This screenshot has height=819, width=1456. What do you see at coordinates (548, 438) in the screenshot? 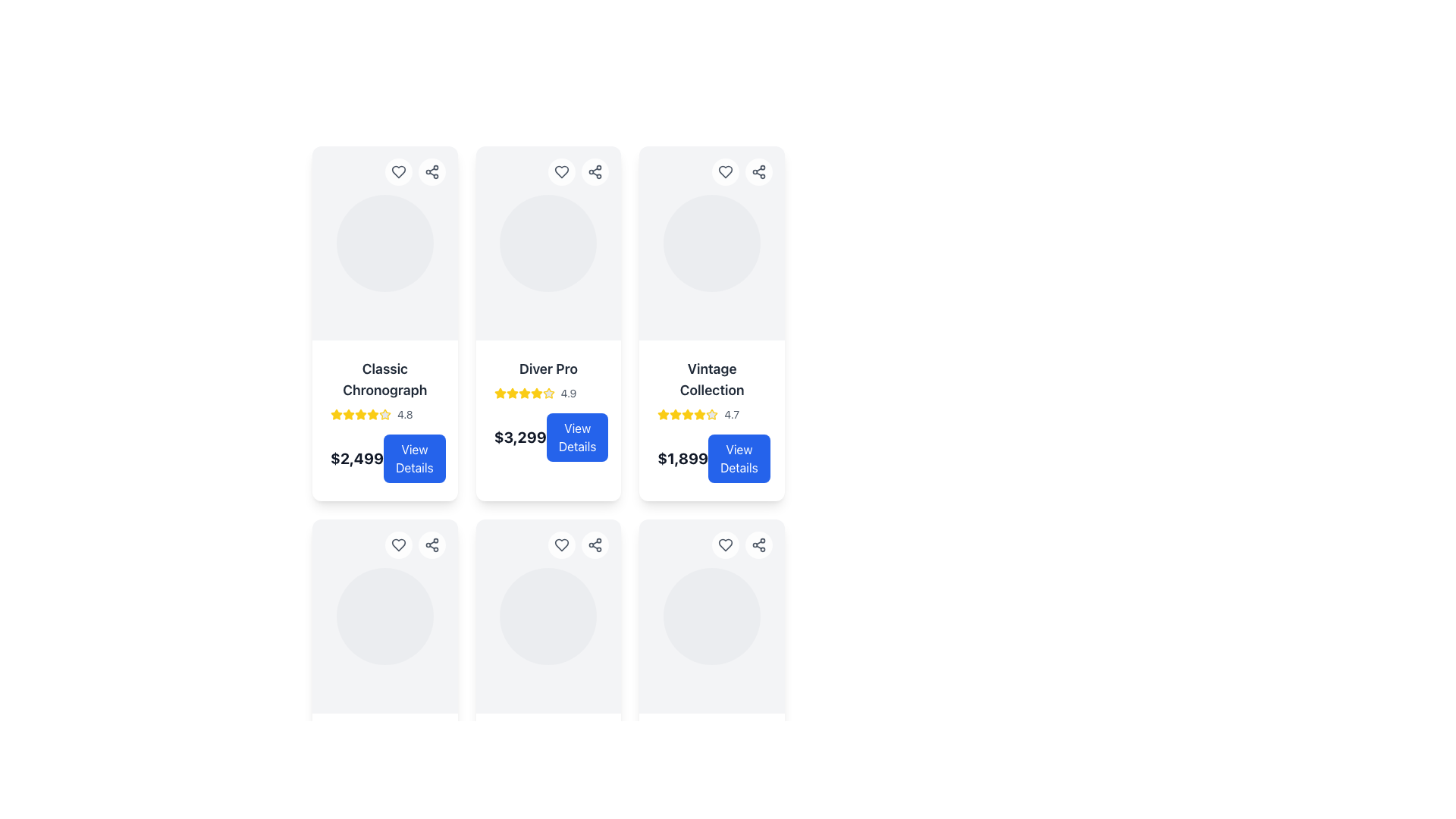
I see `the 'View Details' button adjacent to the price label '$3,299' to observe the hover effect` at bounding box center [548, 438].